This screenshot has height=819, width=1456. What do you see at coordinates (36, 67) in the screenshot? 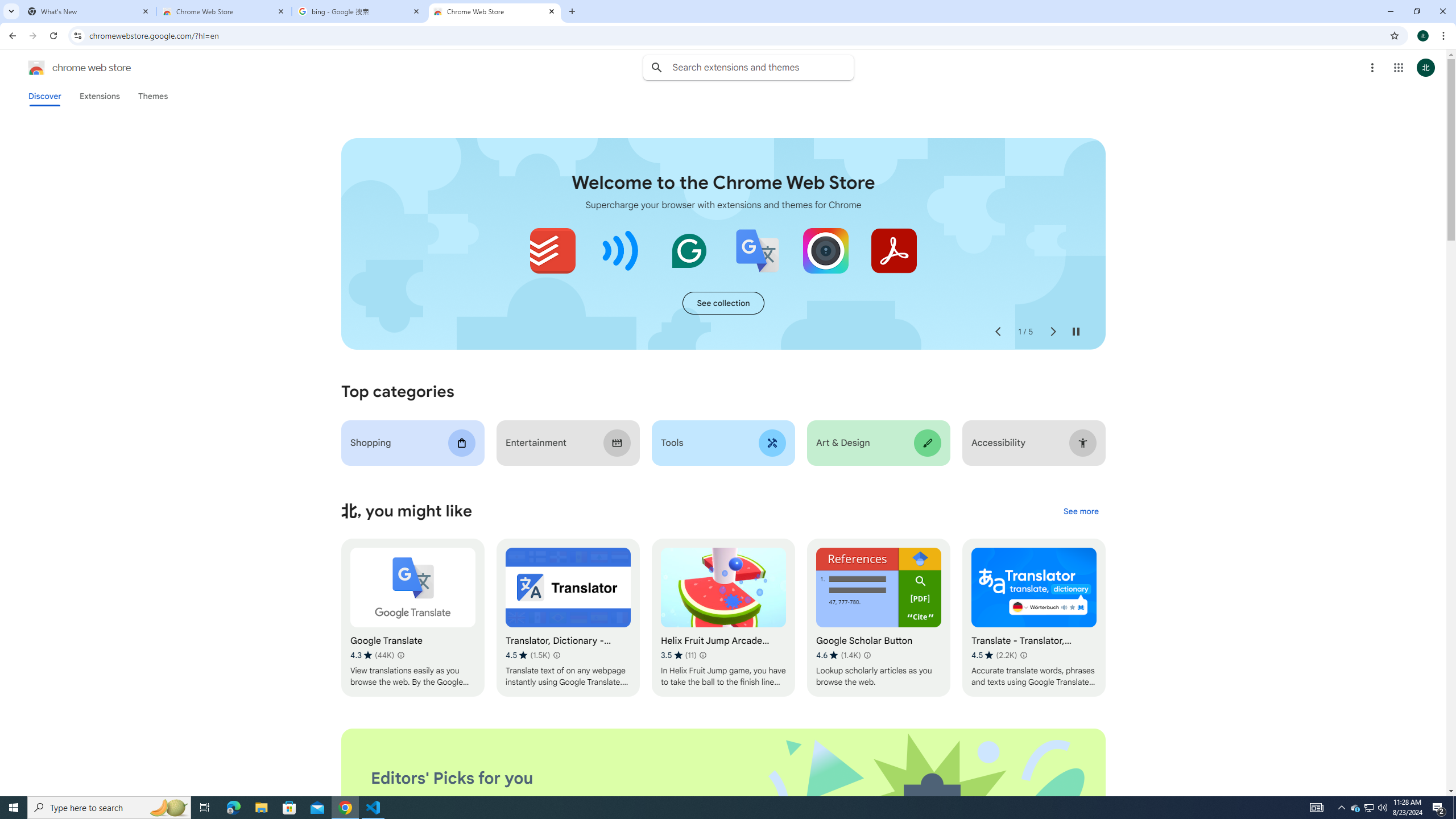
I see `'Chrome Web Store logo'` at bounding box center [36, 67].